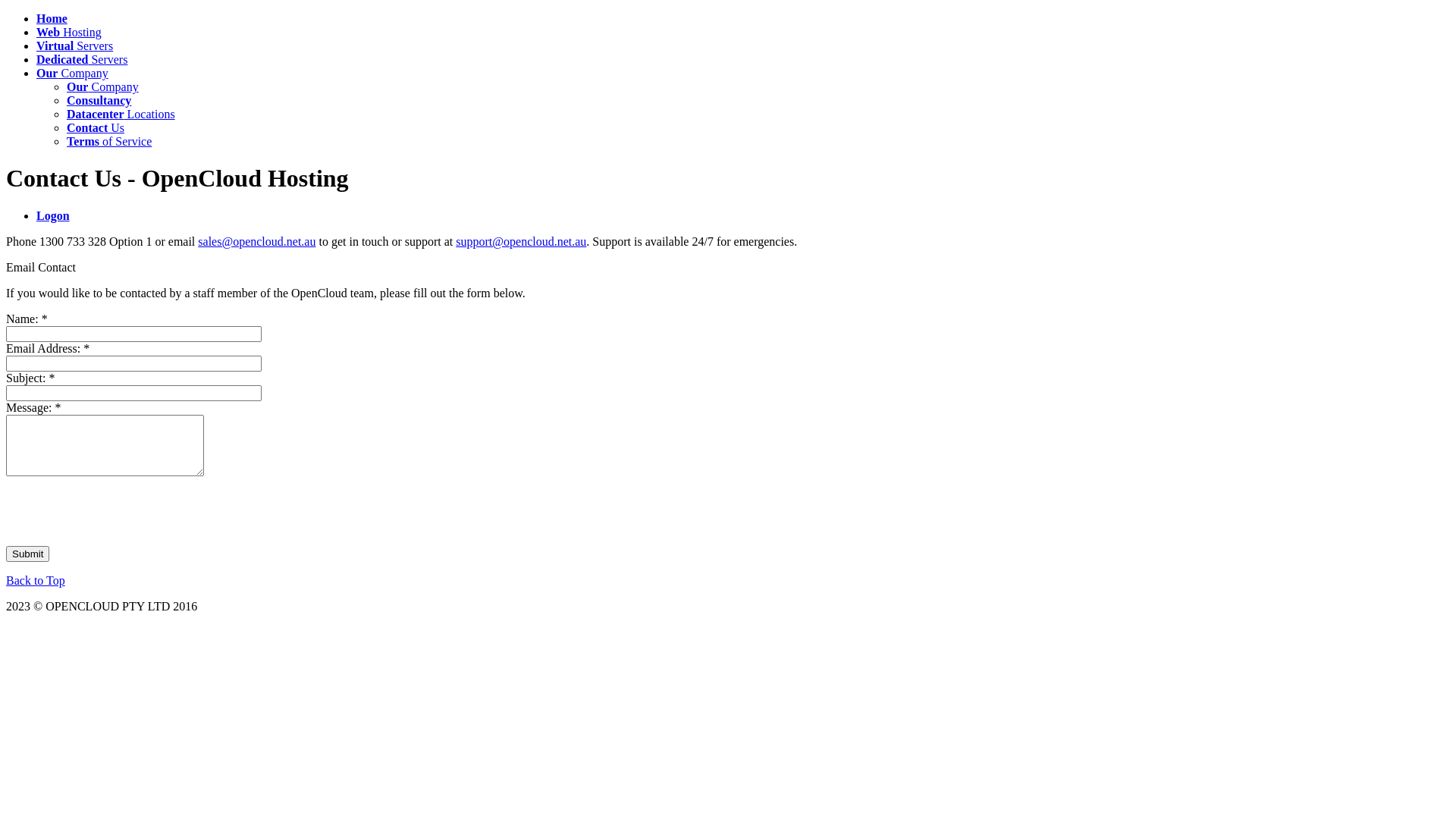  Describe the element at coordinates (108, 141) in the screenshot. I see `'Terms of Service'` at that location.